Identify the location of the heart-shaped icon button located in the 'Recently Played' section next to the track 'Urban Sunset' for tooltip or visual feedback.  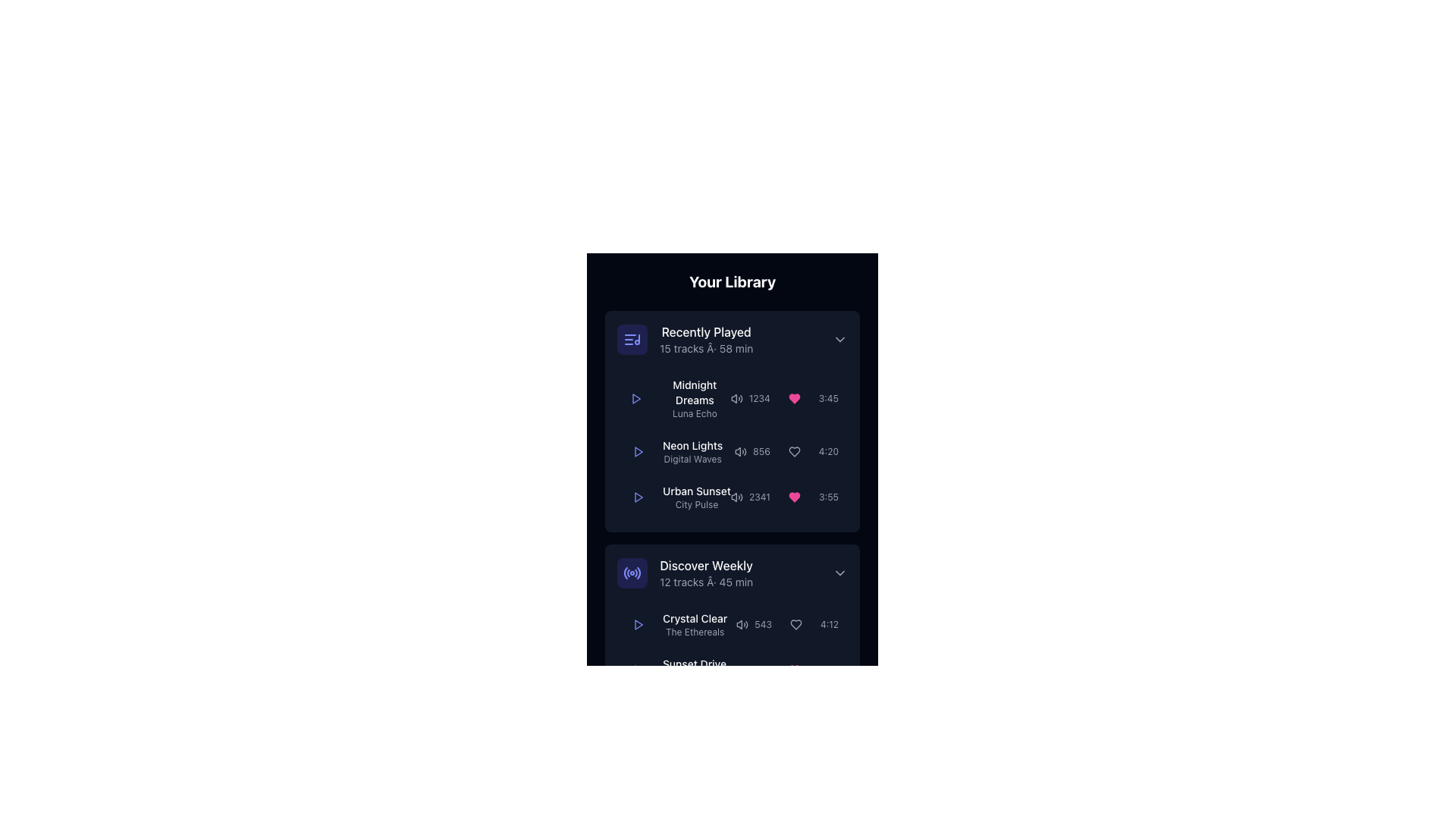
(795, 625).